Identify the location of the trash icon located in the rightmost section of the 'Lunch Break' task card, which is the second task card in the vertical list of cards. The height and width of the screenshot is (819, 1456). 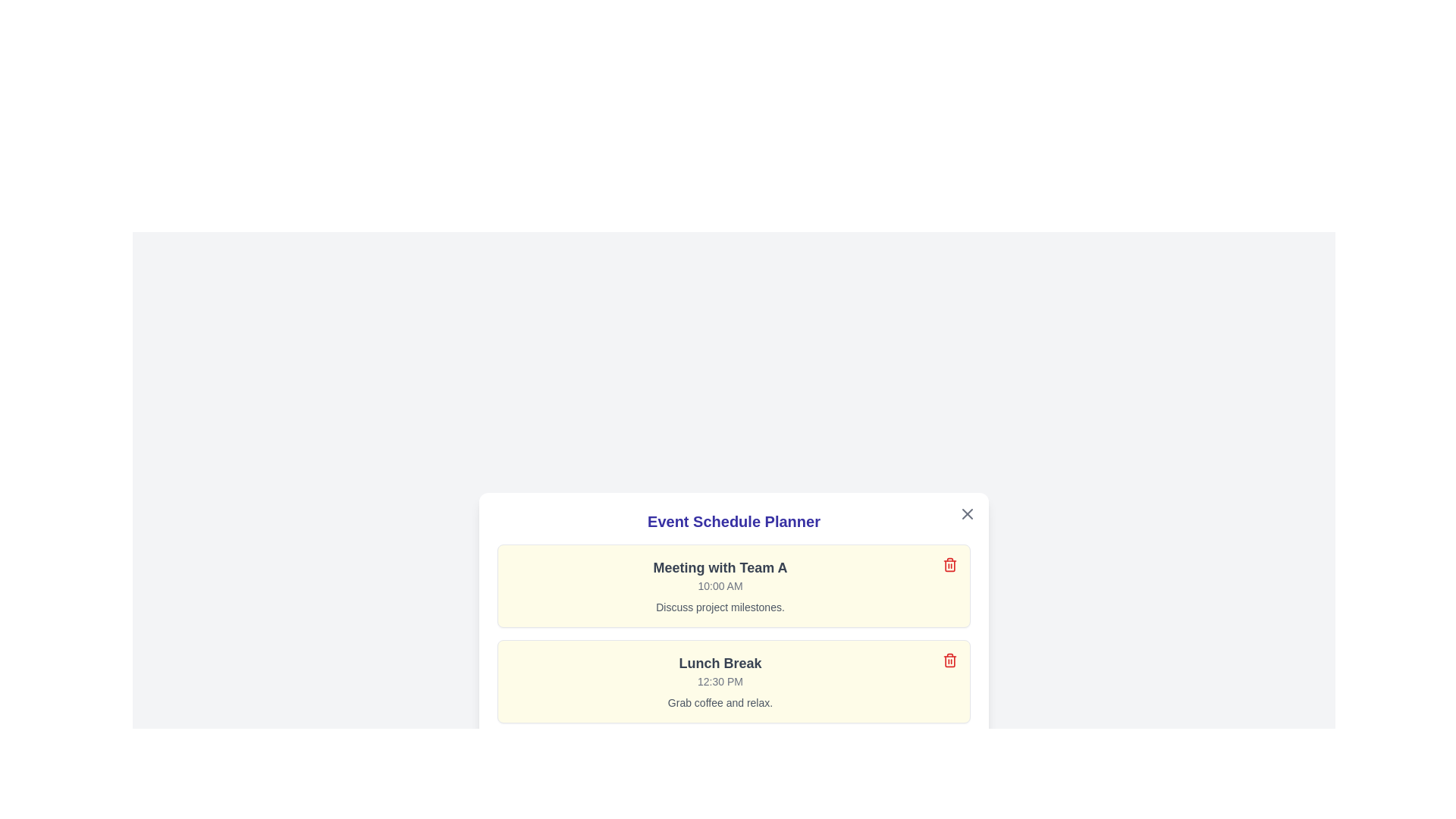
(949, 660).